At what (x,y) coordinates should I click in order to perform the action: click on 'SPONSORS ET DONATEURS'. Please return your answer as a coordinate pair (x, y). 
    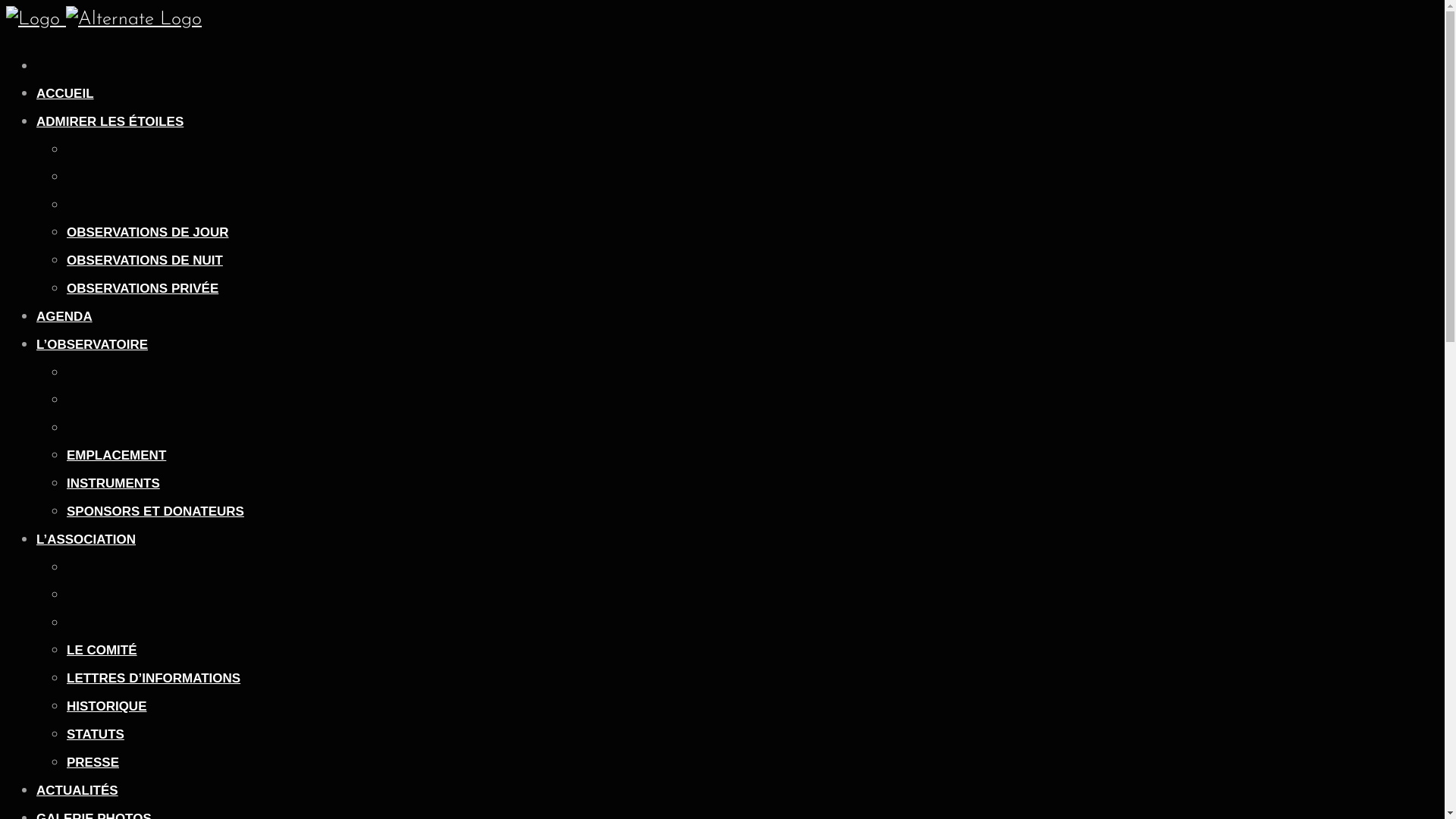
    Looking at the image, I should click on (155, 511).